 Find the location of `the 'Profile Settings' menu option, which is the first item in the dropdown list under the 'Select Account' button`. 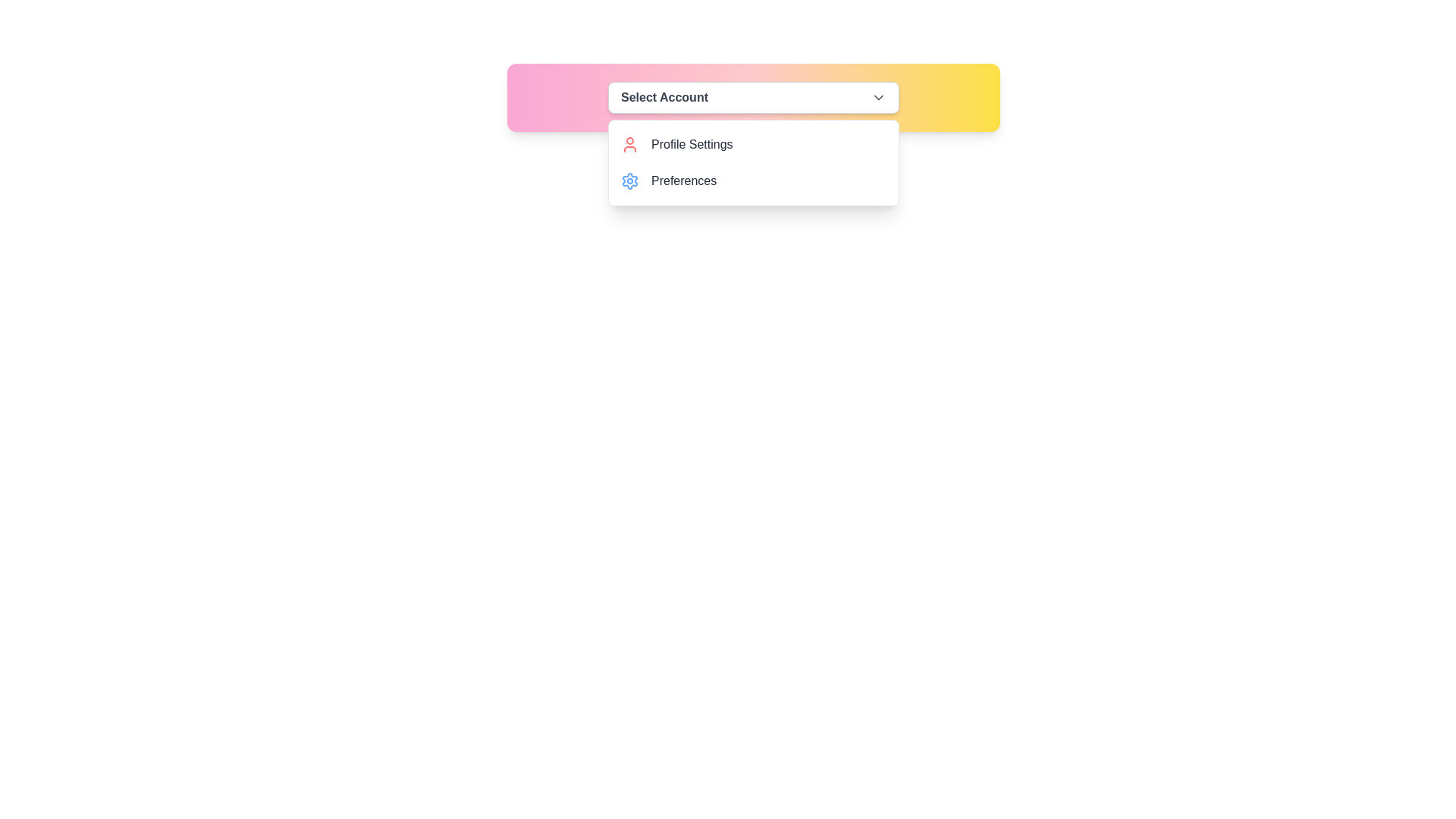

the 'Profile Settings' menu option, which is the first item in the dropdown list under the 'Select Account' button is located at coordinates (753, 145).